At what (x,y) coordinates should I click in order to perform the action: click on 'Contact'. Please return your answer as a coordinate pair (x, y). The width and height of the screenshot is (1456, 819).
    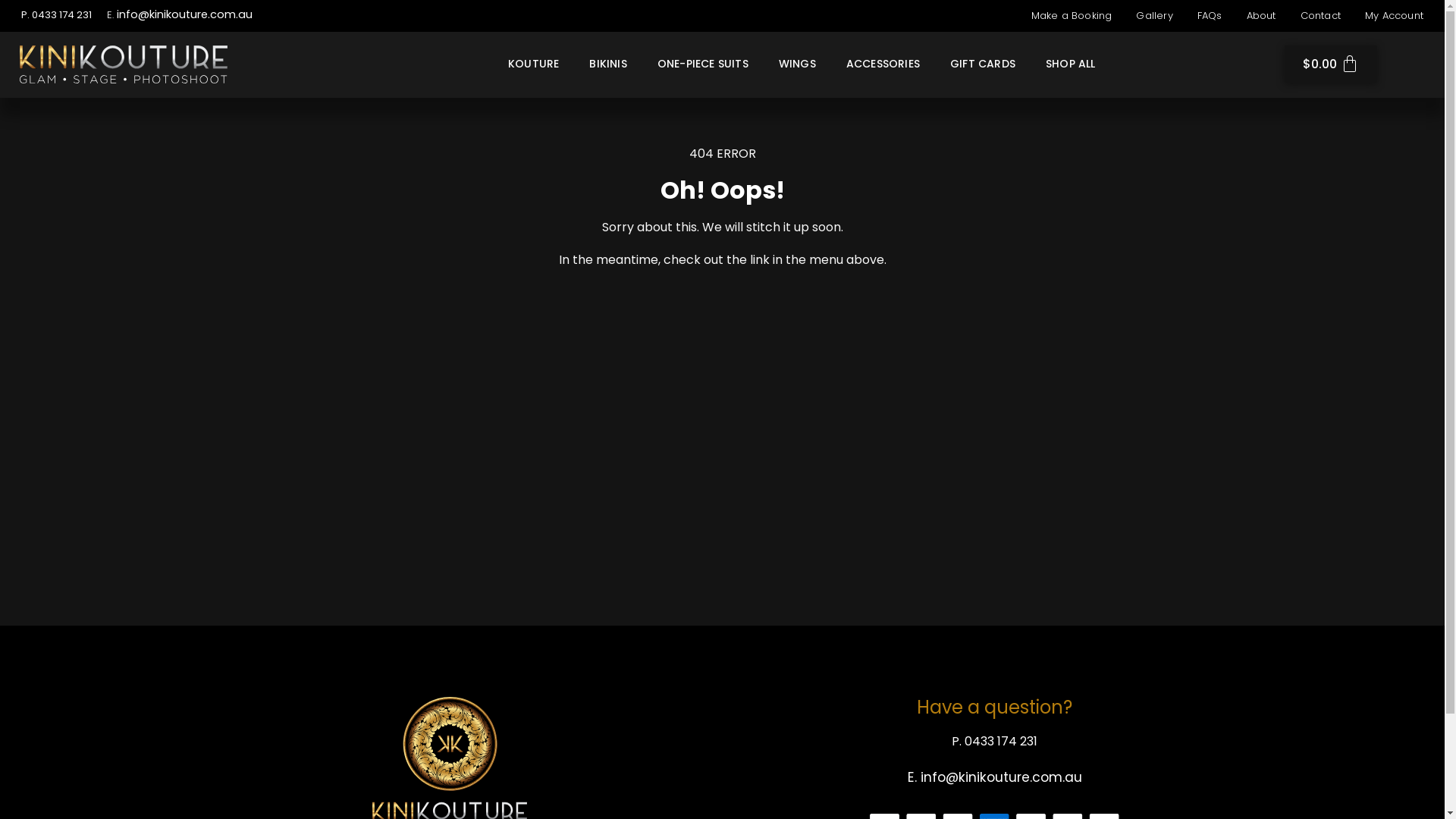
    Looking at the image, I should click on (1319, 15).